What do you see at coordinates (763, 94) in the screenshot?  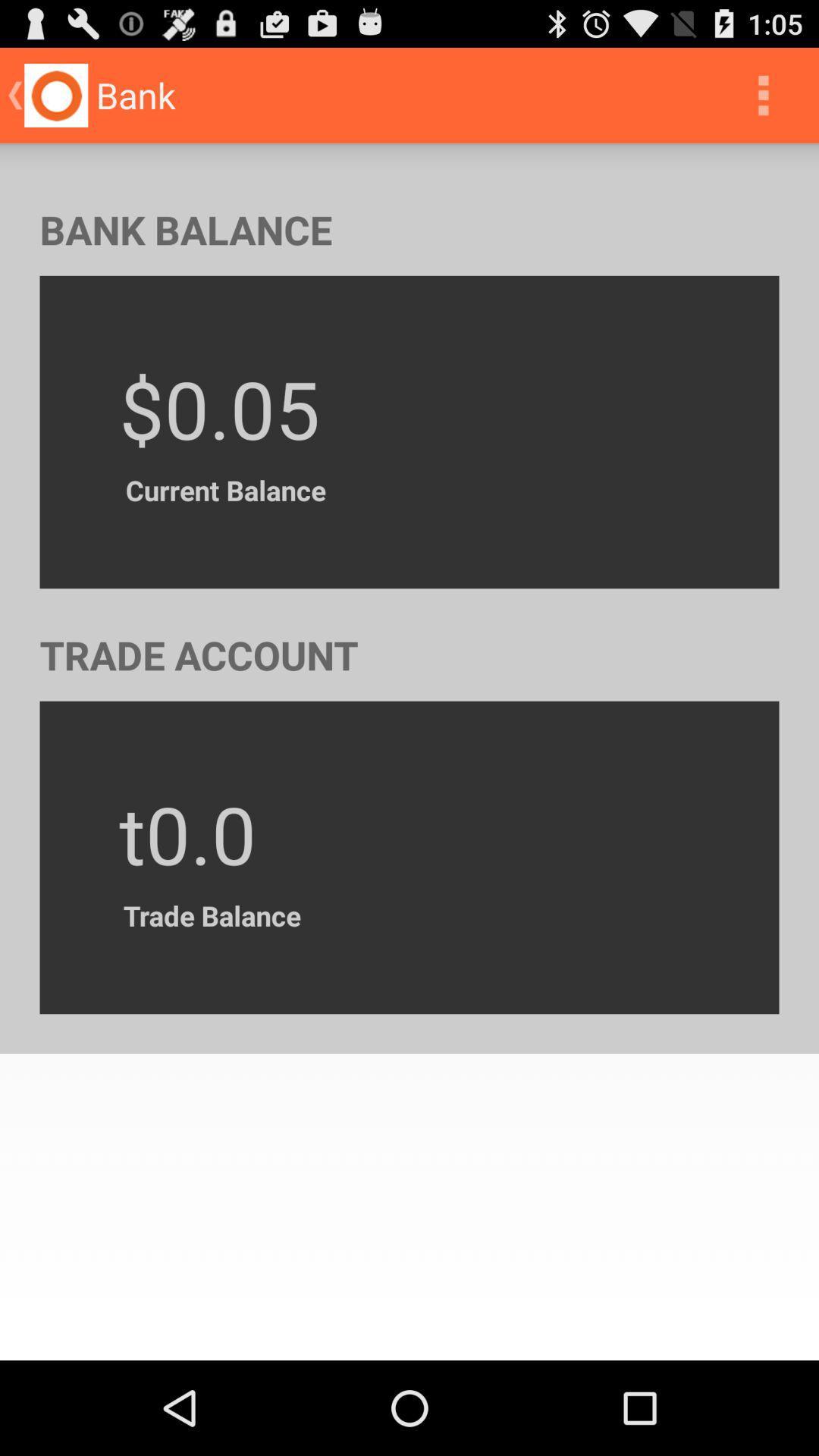 I see `app to the right of the bank item` at bounding box center [763, 94].